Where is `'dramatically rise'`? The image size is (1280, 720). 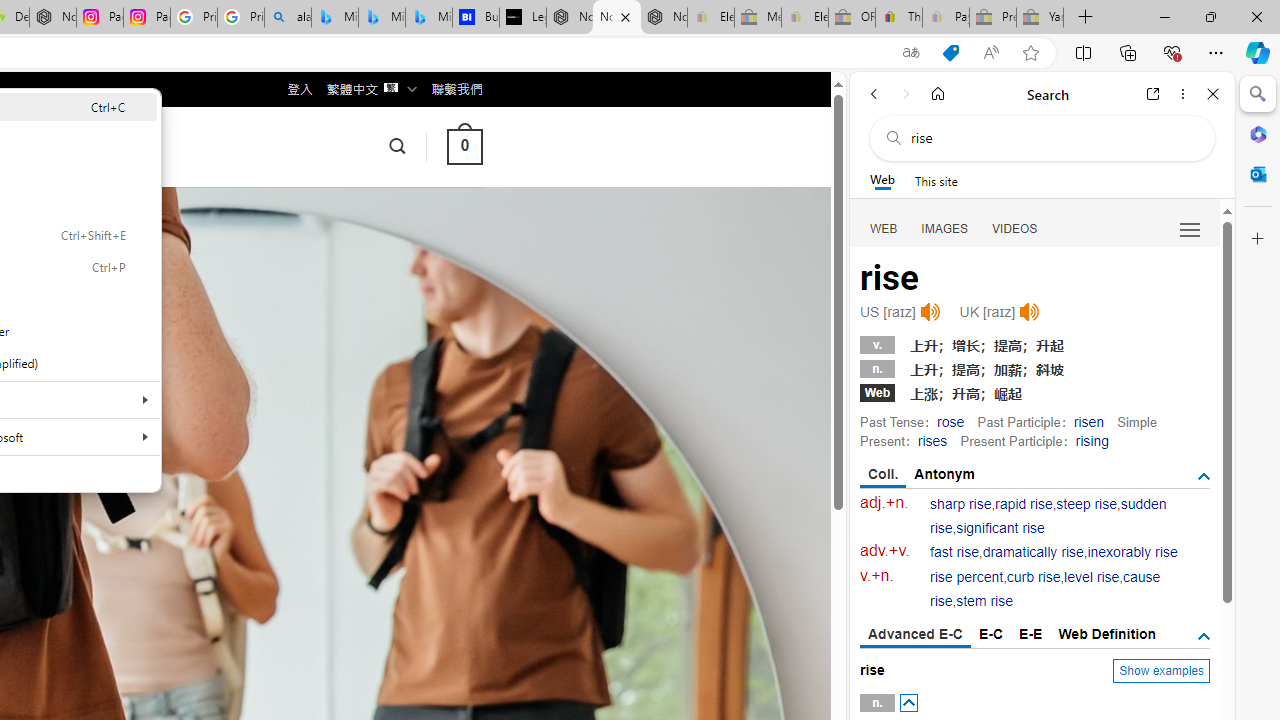
'dramatically rise' is located at coordinates (1032, 552).